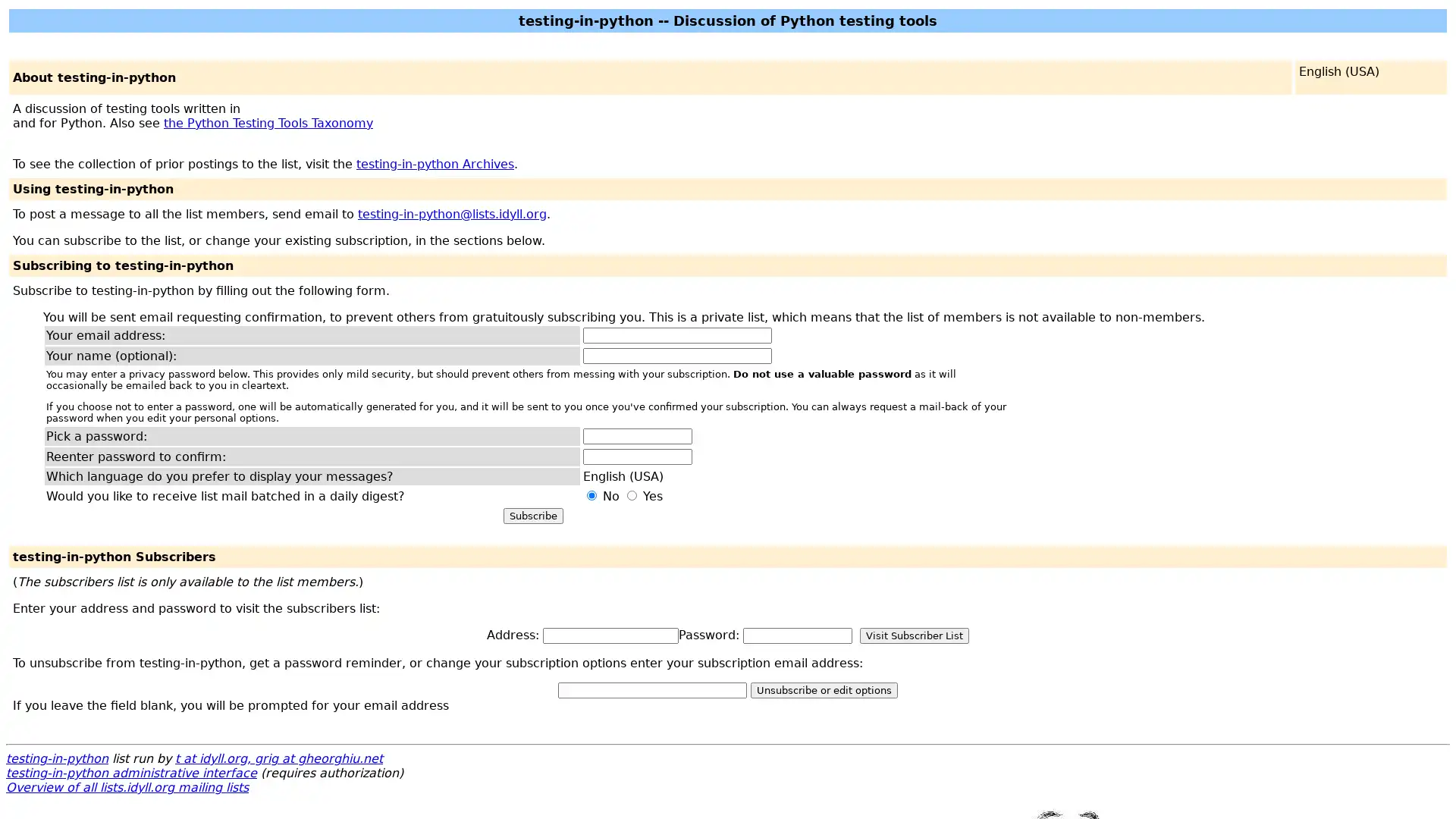 The image size is (1456, 819). I want to click on Subscribe, so click(532, 515).